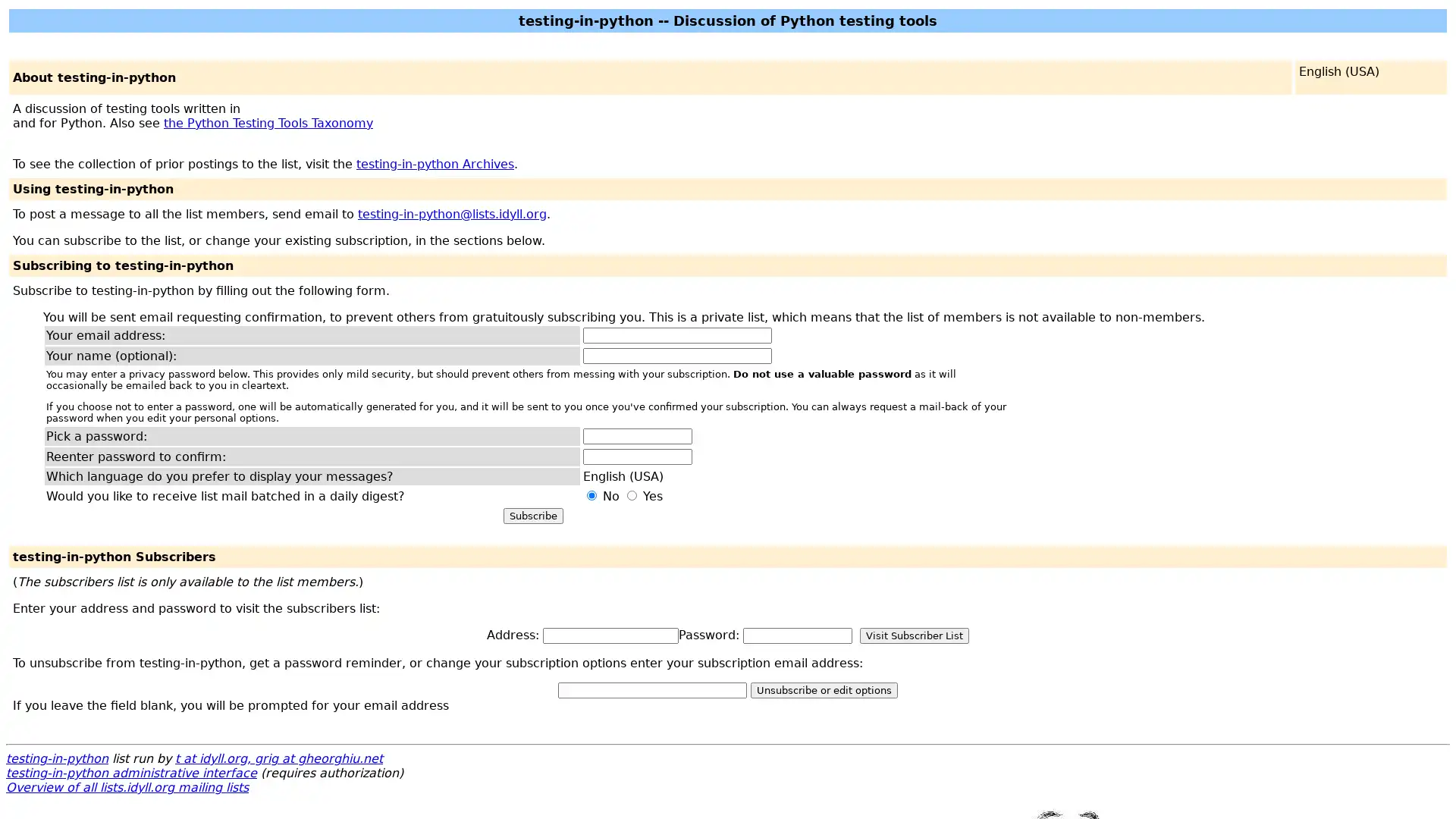 The image size is (1456, 819). I want to click on Subscribe, so click(532, 515).